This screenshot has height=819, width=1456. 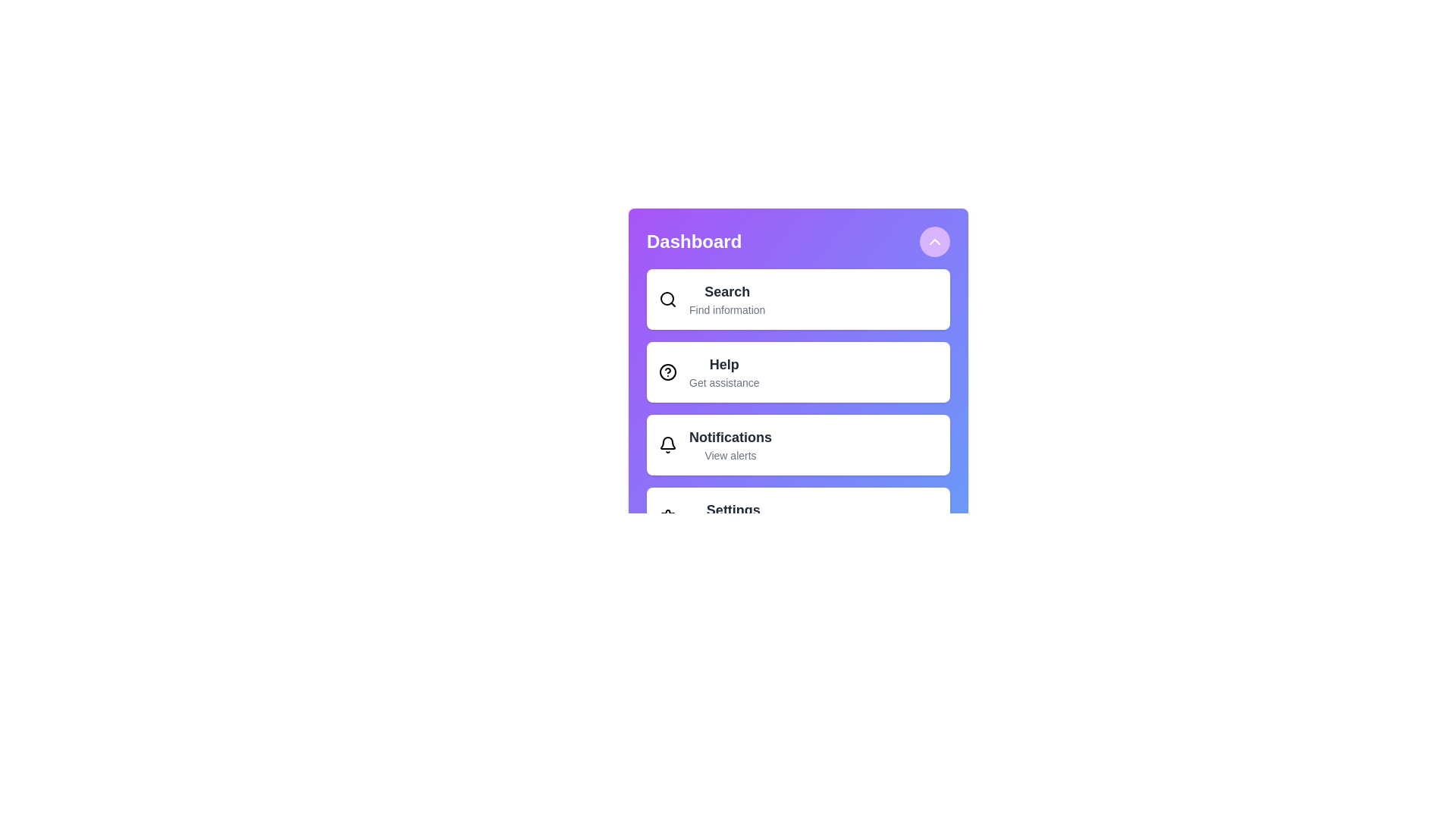 What do you see at coordinates (934, 241) in the screenshot?
I see `the toggle button to change the menu visibility` at bounding box center [934, 241].